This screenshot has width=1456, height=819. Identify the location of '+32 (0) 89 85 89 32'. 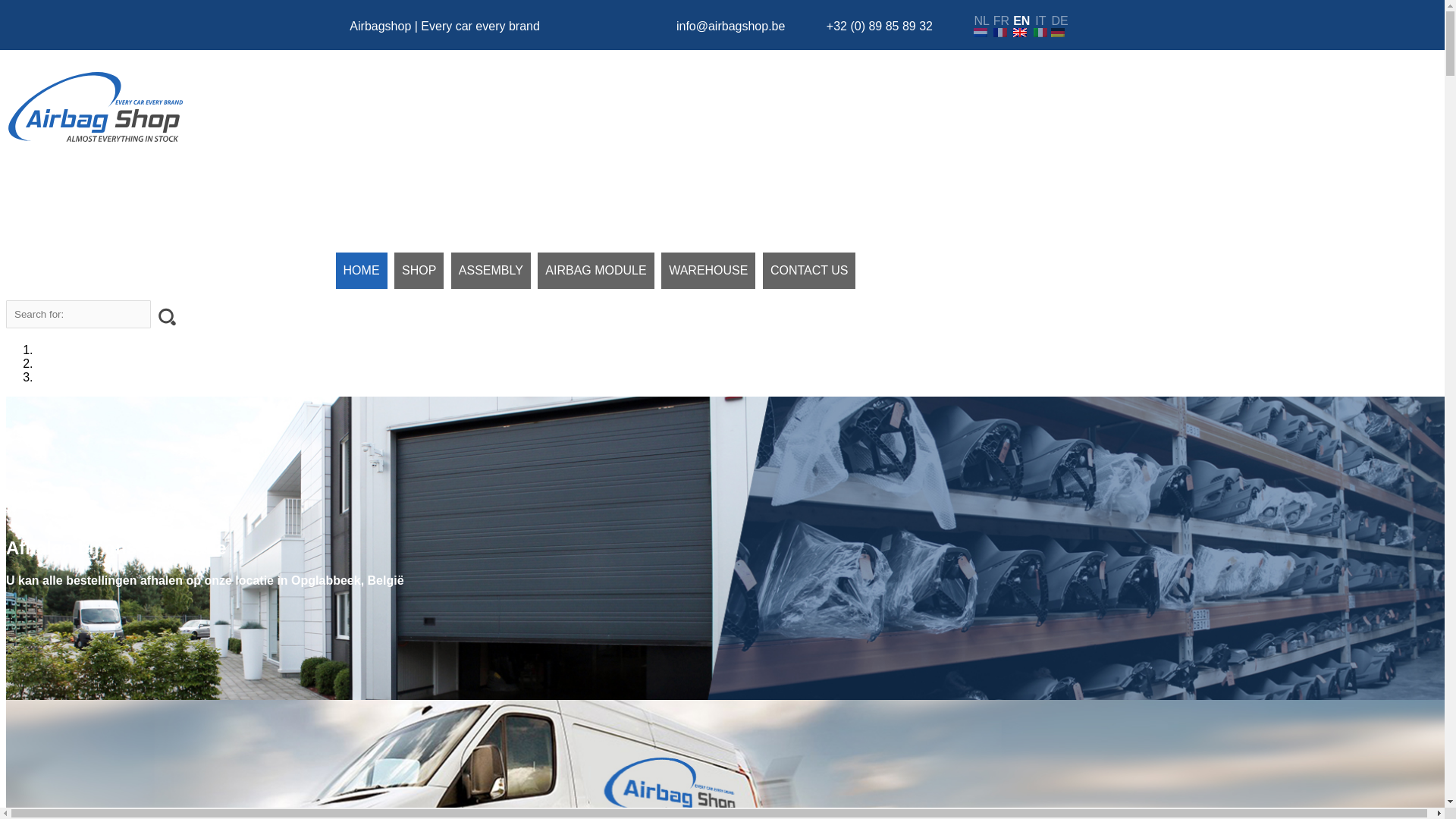
(880, 26).